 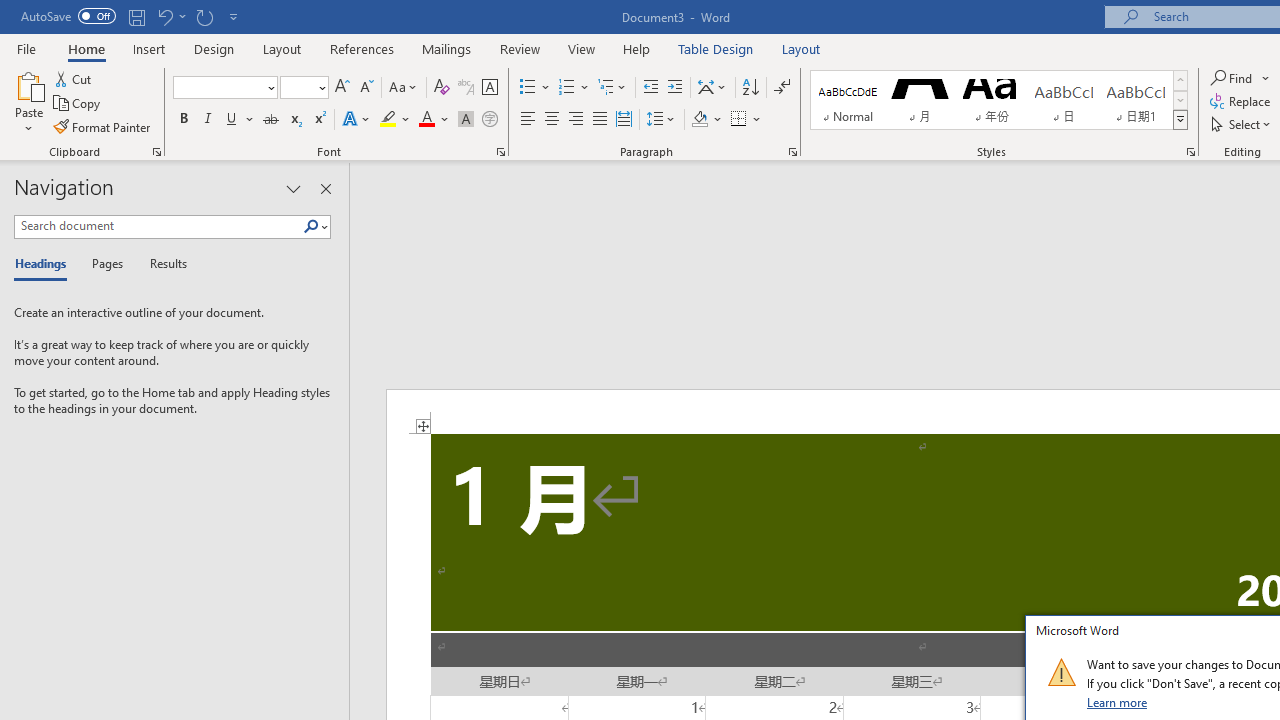 What do you see at coordinates (130, 16) in the screenshot?
I see `'Quick Access Toolbar'` at bounding box center [130, 16].